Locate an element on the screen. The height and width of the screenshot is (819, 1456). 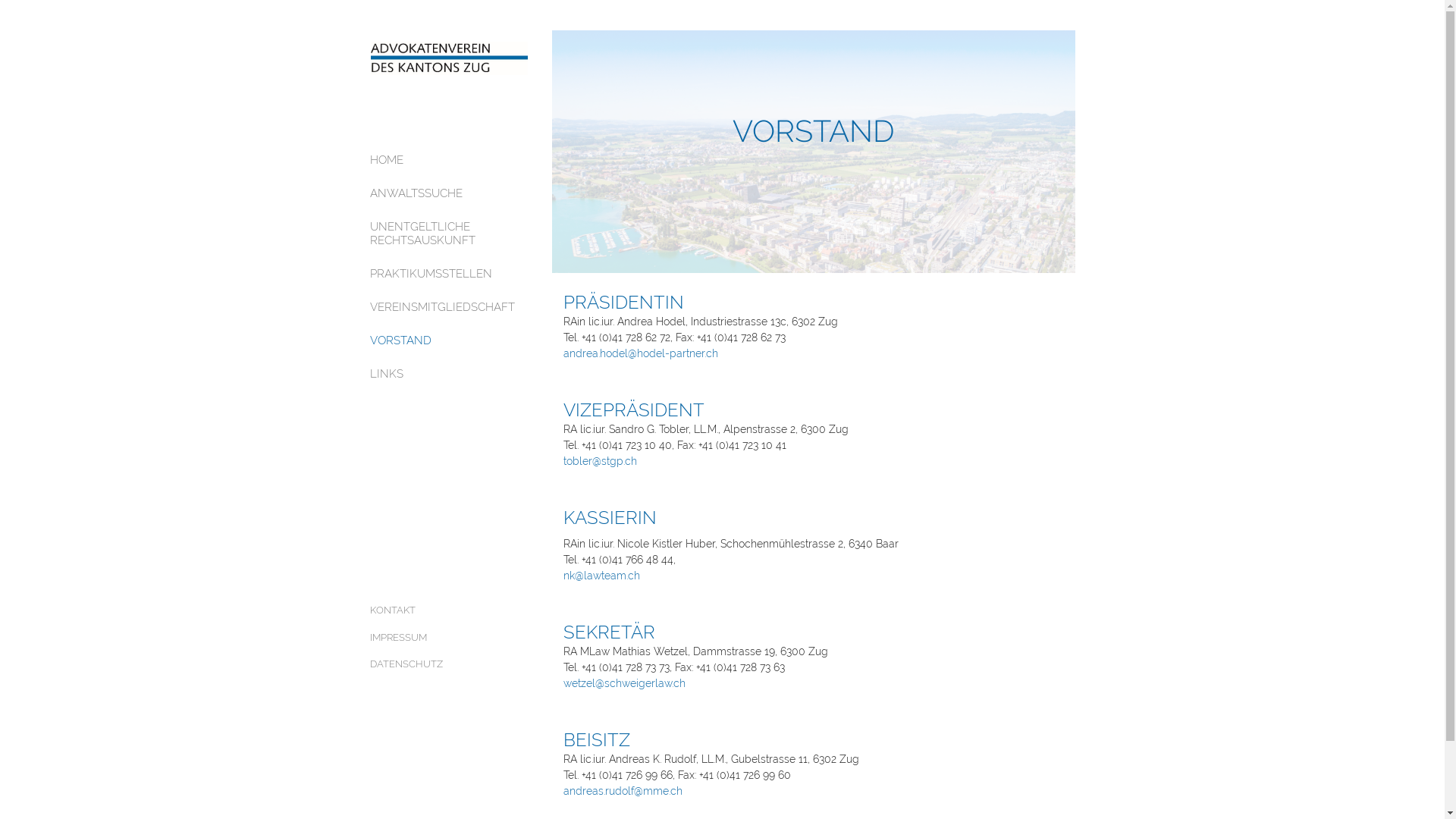
'andreas.rudolf@mme.ch' is located at coordinates (622, 789).